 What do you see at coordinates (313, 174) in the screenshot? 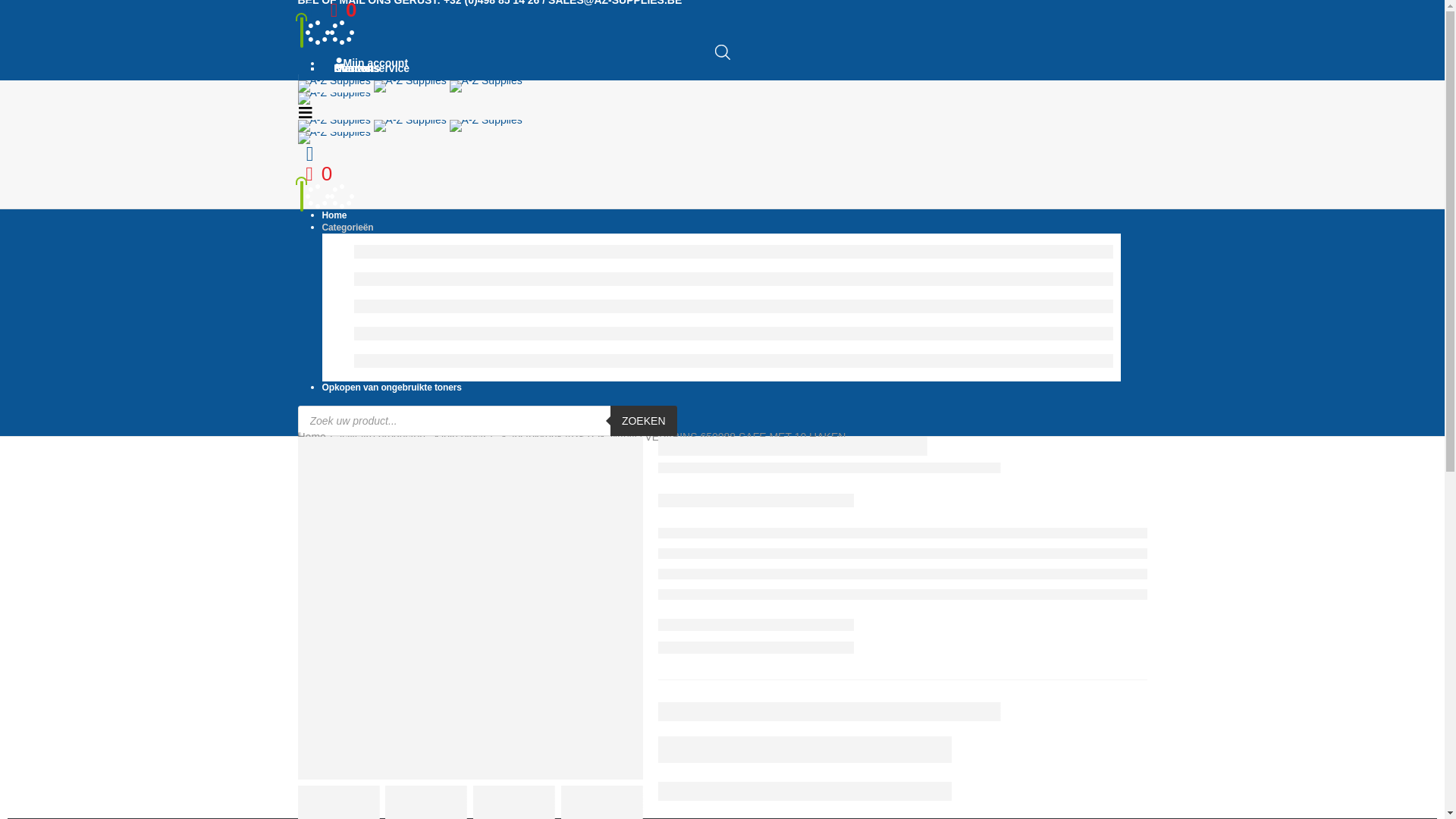
I see `'0'` at bounding box center [313, 174].